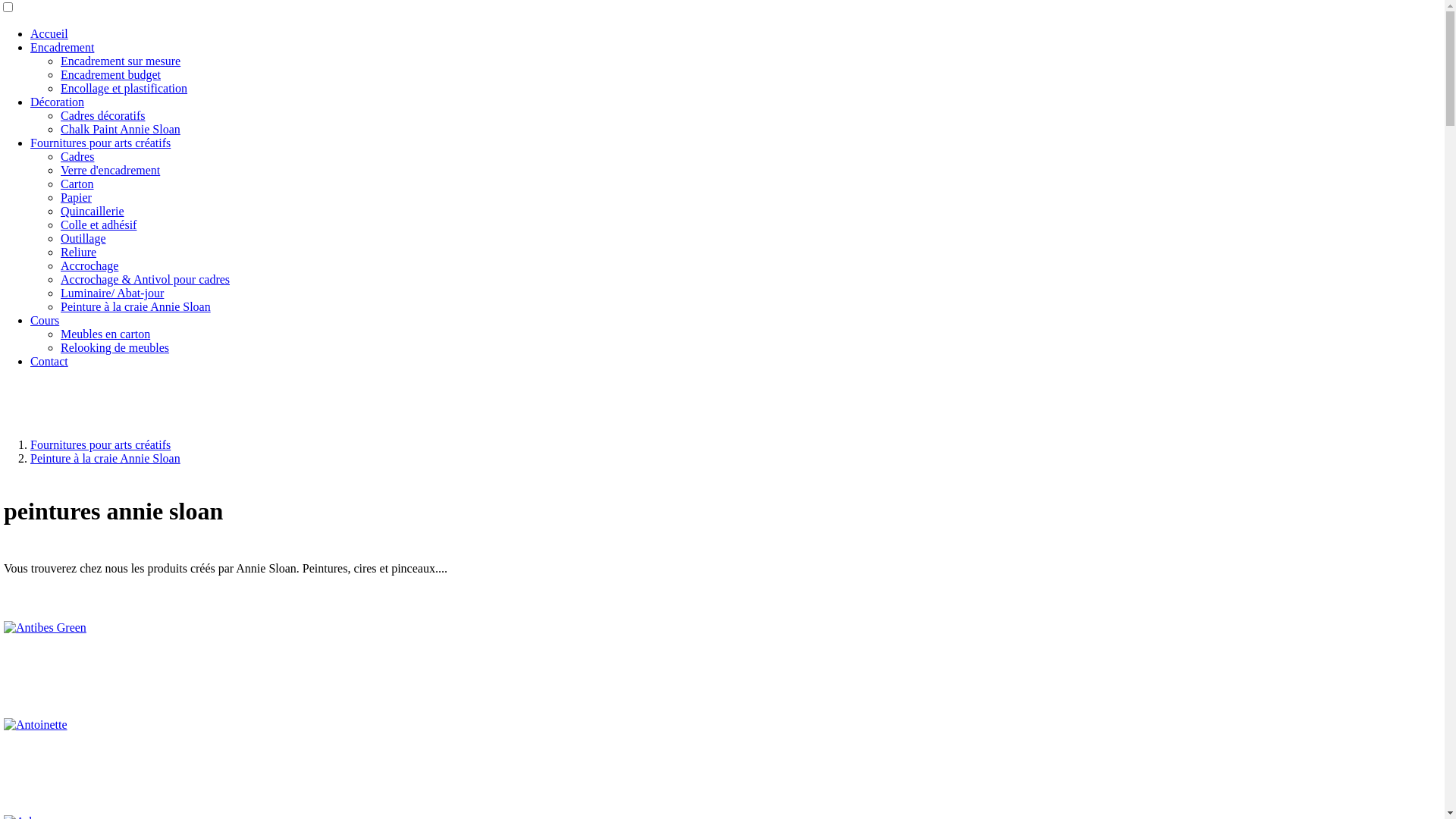 This screenshot has width=1456, height=819. What do you see at coordinates (89, 265) in the screenshot?
I see `'Accrochage'` at bounding box center [89, 265].